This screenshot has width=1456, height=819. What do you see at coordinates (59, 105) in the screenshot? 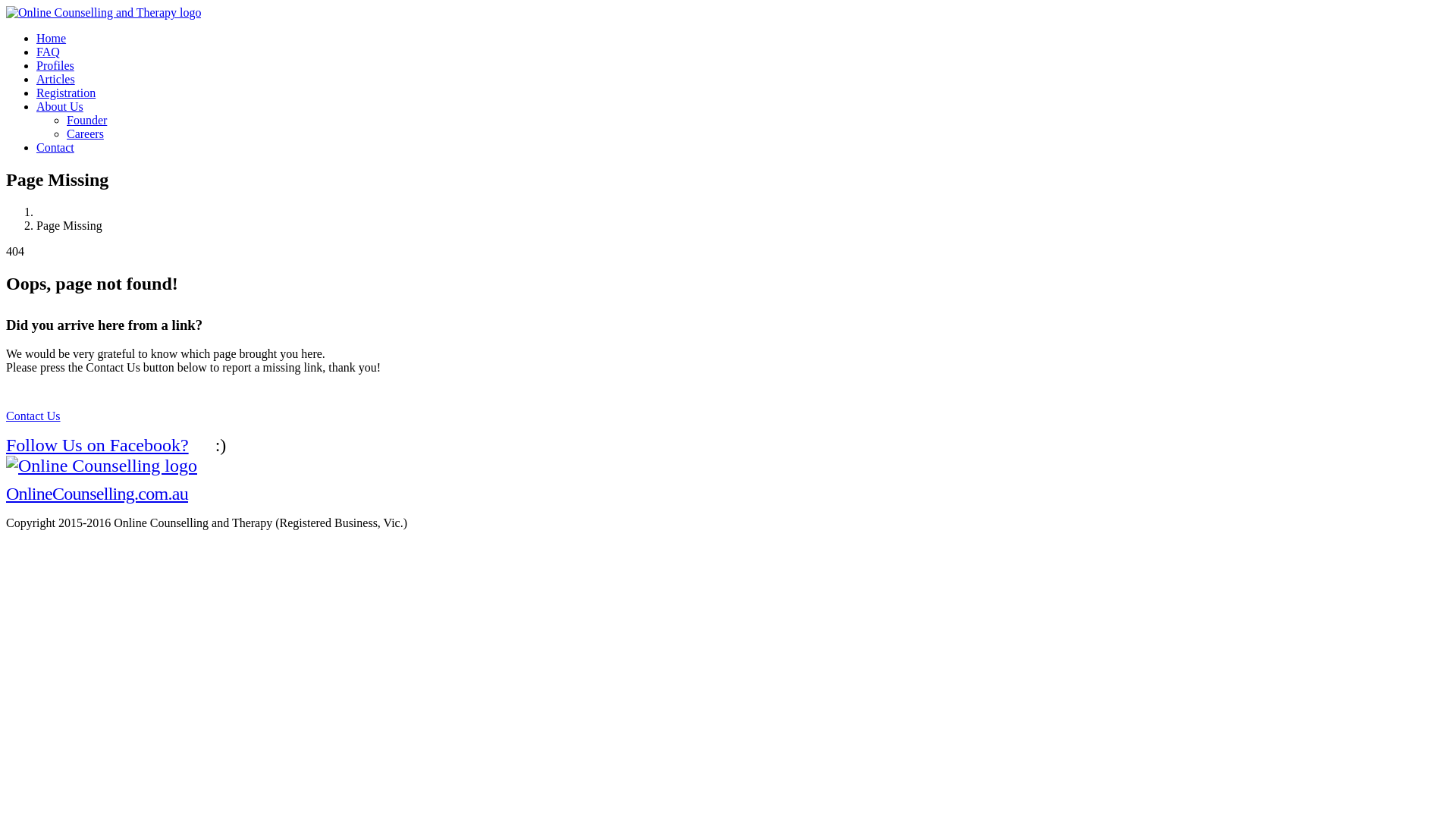
I see `'About Us'` at bounding box center [59, 105].